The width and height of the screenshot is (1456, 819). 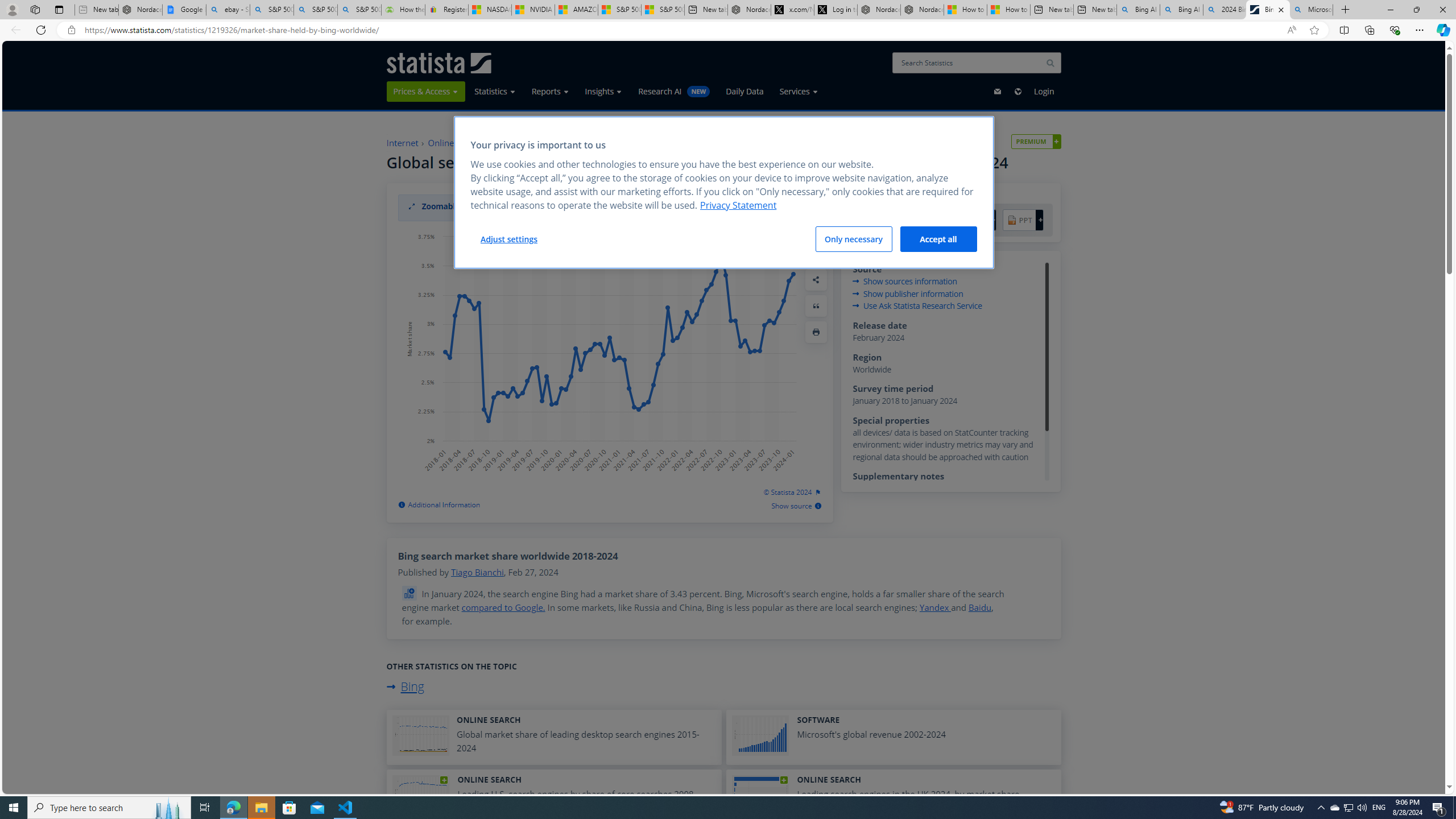 I want to click on 'Accept all', so click(x=937, y=239).